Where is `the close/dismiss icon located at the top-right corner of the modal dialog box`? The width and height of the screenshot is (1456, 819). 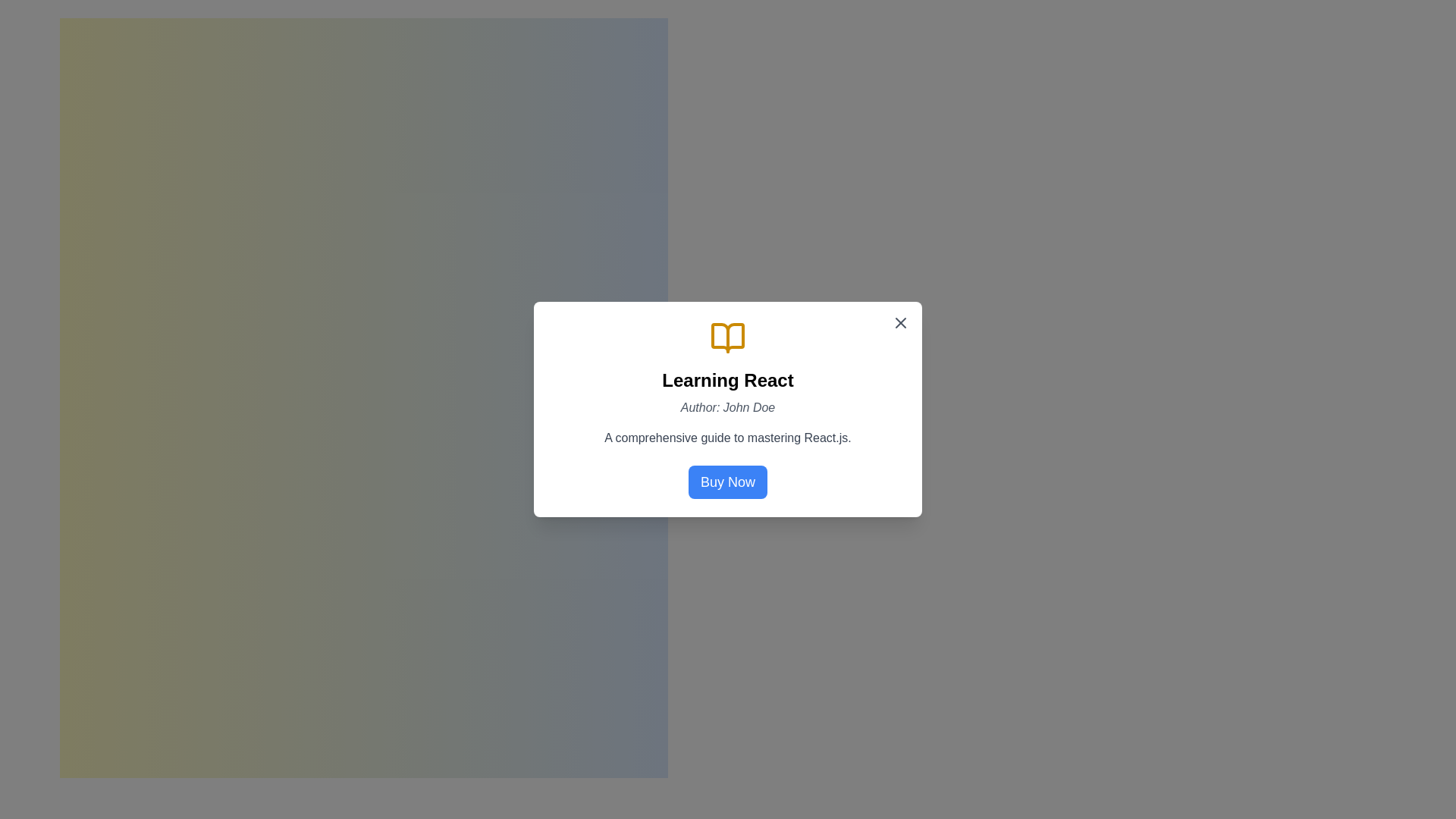
the close/dismiss icon located at the top-right corner of the modal dialog box is located at coordinates (901, 322).